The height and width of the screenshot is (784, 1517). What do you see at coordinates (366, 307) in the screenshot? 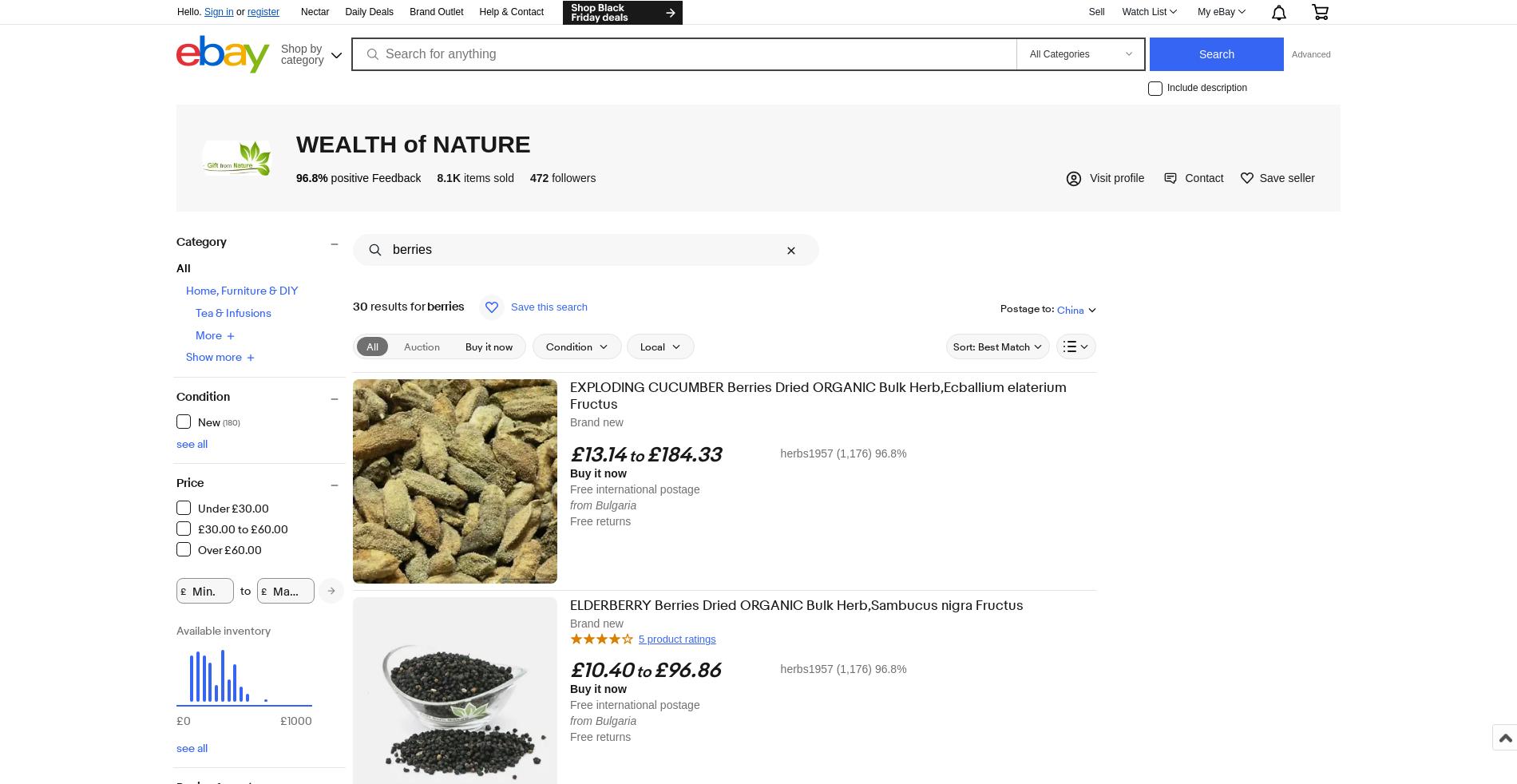
I see `'results for'` at bounding box center [366, 307].